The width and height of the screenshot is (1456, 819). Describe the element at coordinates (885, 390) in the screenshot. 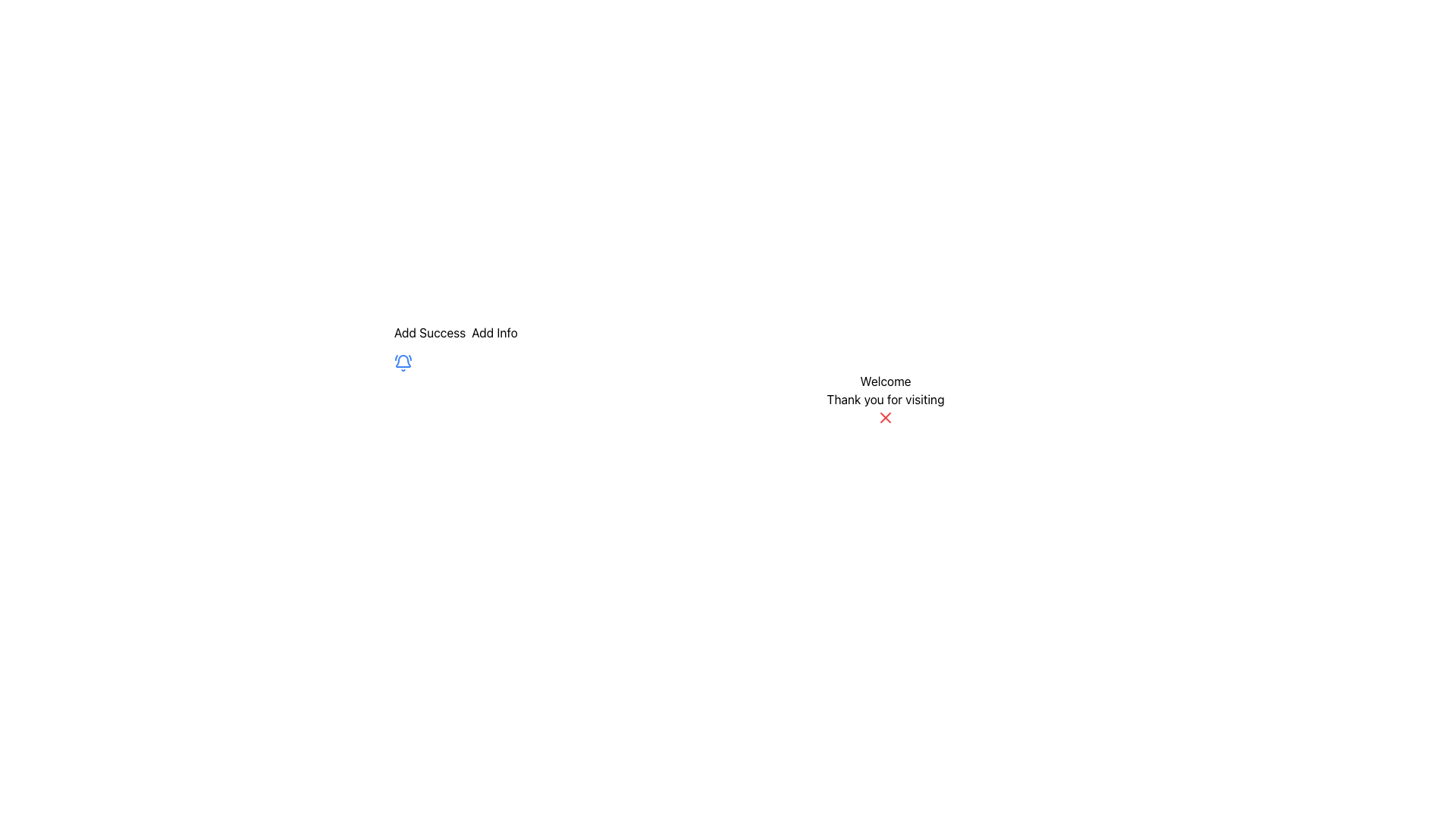

I see `the text element displaying 'Welcome' and 'Thank you for visiting' in the notification section, which is center-aligned and positioned below the bell icon` at that location.